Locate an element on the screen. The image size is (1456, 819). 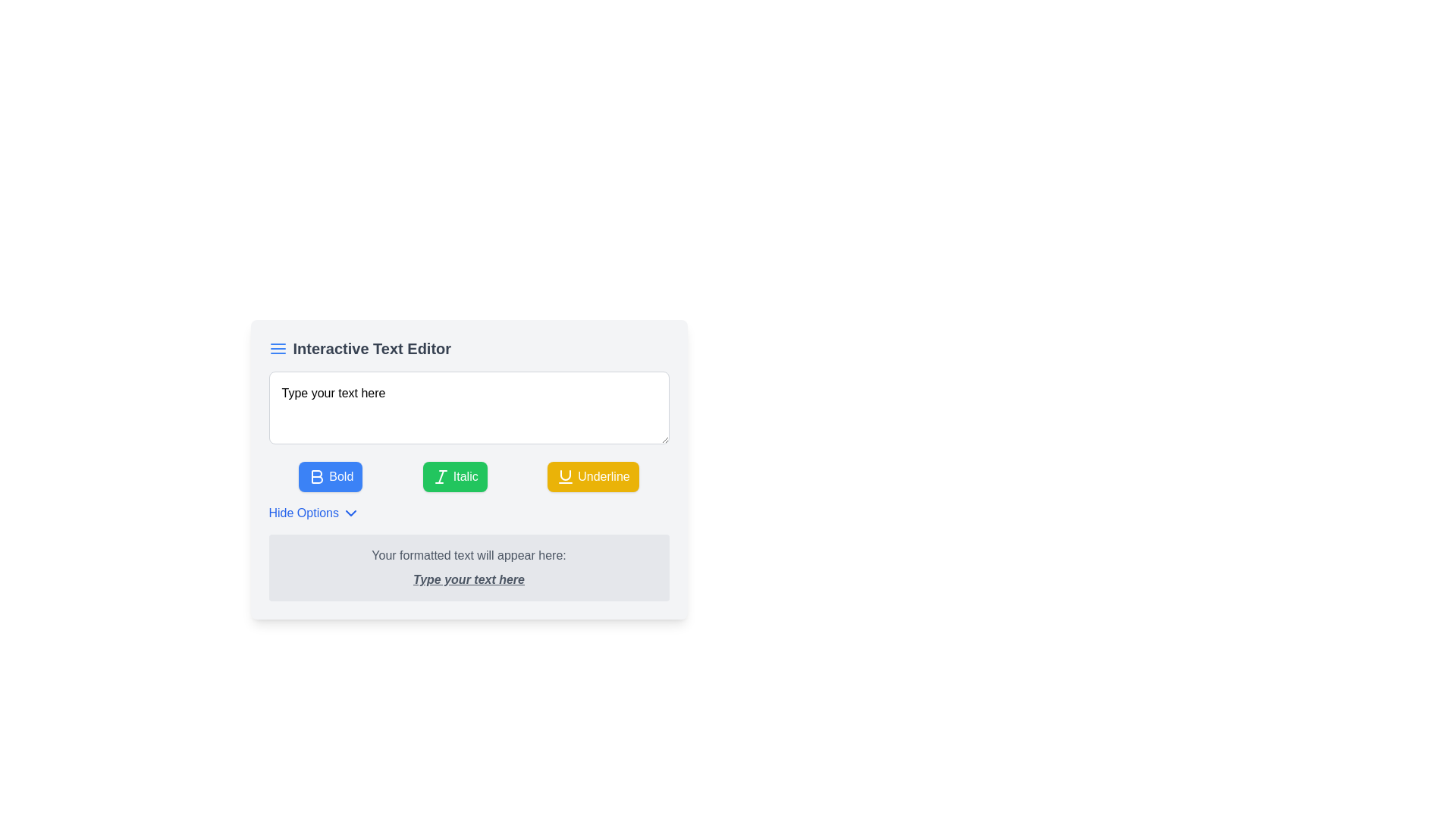
the green 'Italic' button located centrally between the 'Bold' and 'Underline' buttons is located at coordinates (468, 469).